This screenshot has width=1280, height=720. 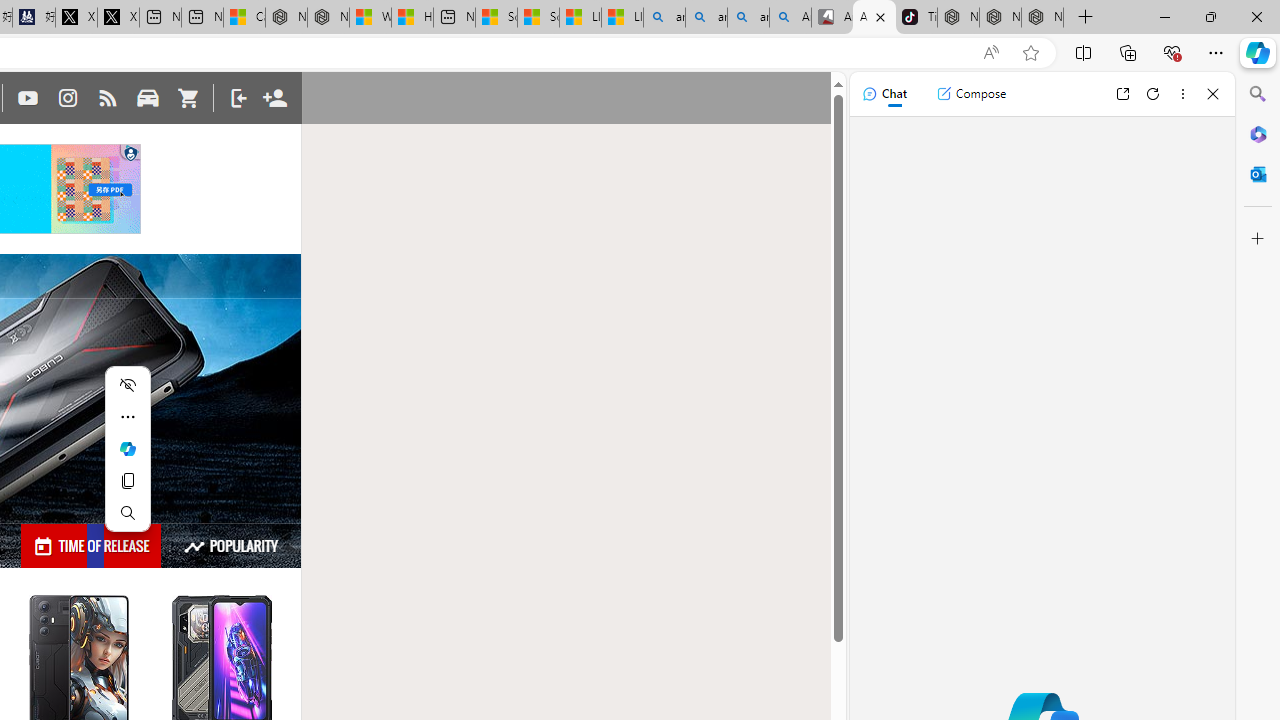 I want to click on 'Customize', so click(x=1257, y=238).